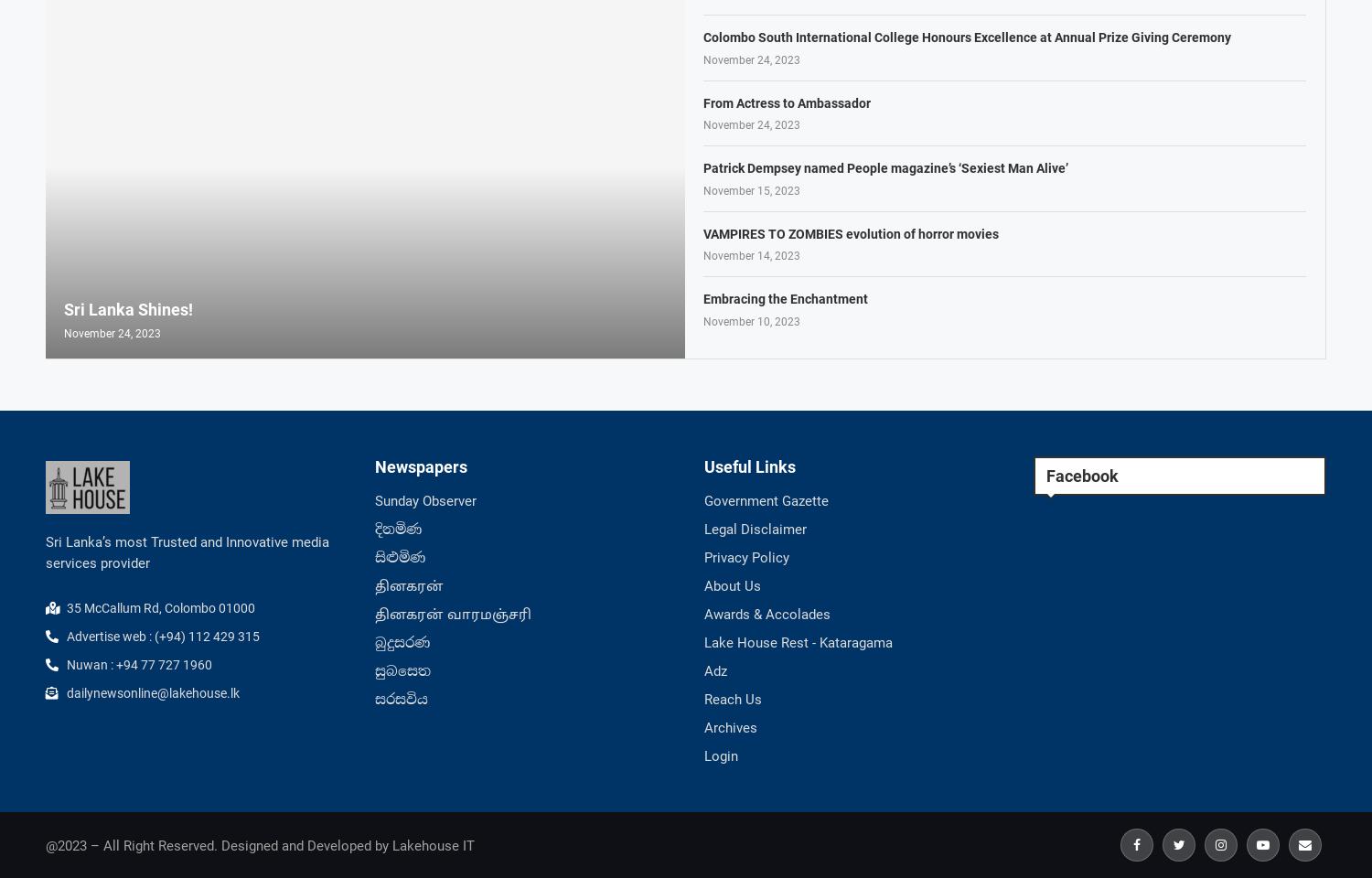  Describe the element at coordinates (424, 500) in the screenshot. I see `'Sunday Observer'` at that location.